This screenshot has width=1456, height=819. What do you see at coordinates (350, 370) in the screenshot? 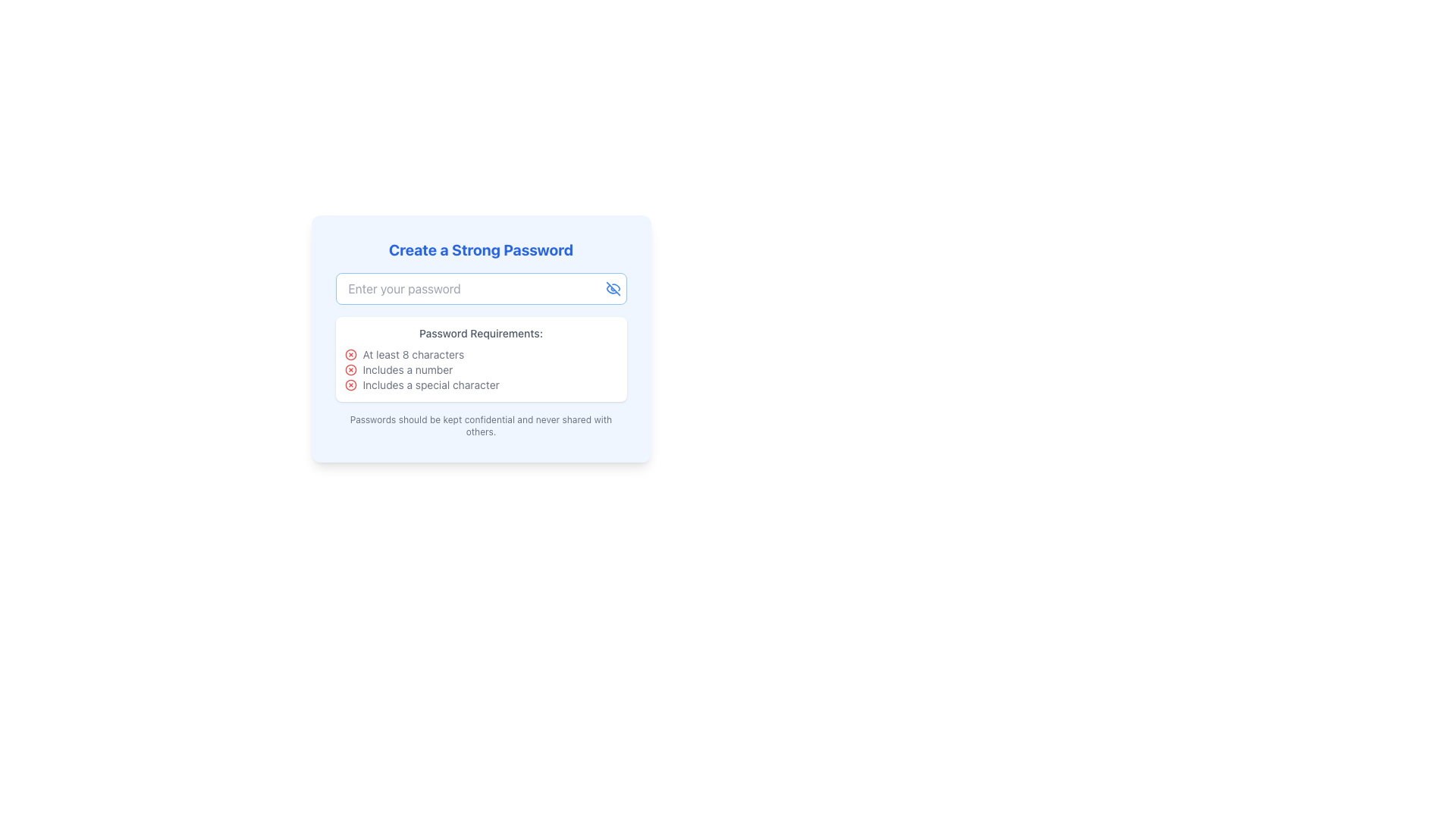
I see `the circular icon with a red border and an 'X' symbol, located in the password requirements section next to the text 'Includes a number'` at bounding box center [350, 370].